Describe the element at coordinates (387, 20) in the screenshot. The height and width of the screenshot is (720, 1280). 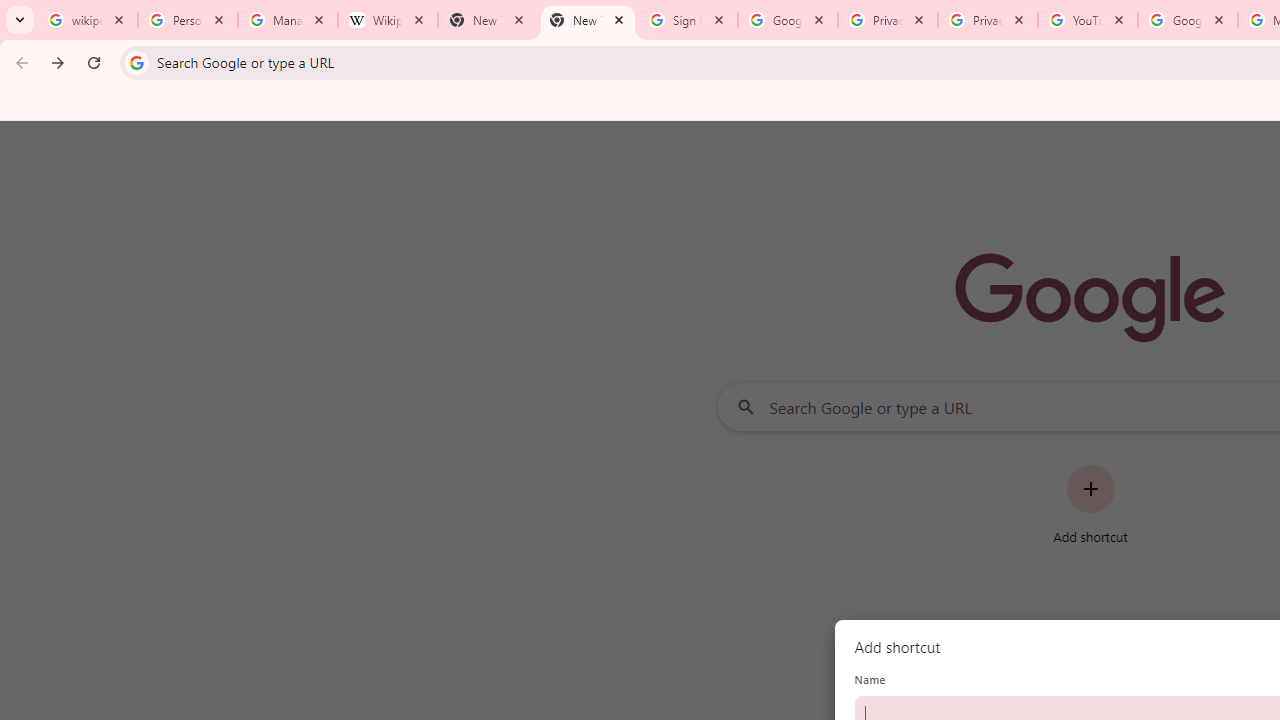
I see `'Wikipedia:Edit requests - Wikipedia'` at that location.